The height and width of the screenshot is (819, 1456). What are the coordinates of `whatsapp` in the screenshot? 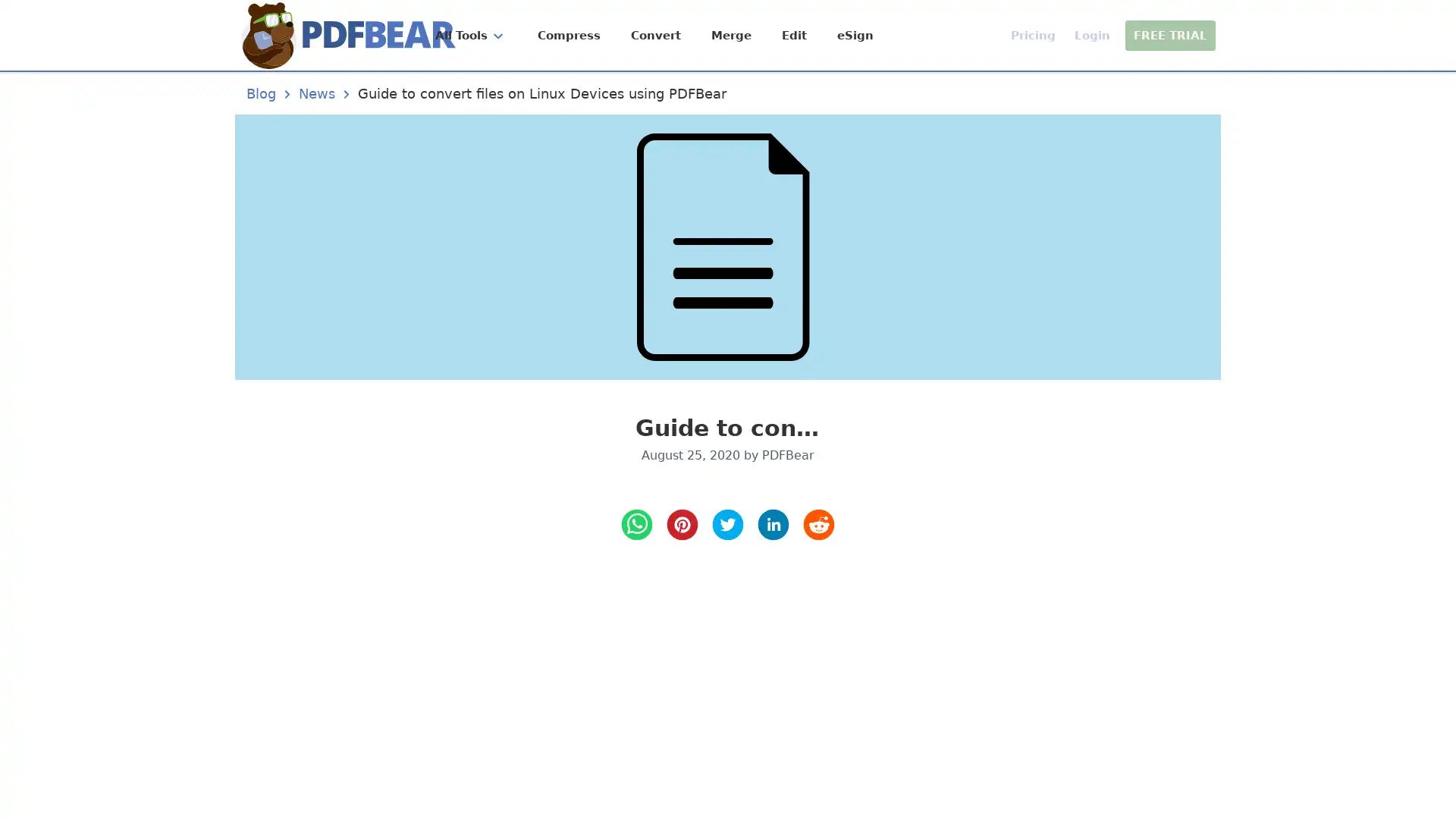 It's located at (637, 523).